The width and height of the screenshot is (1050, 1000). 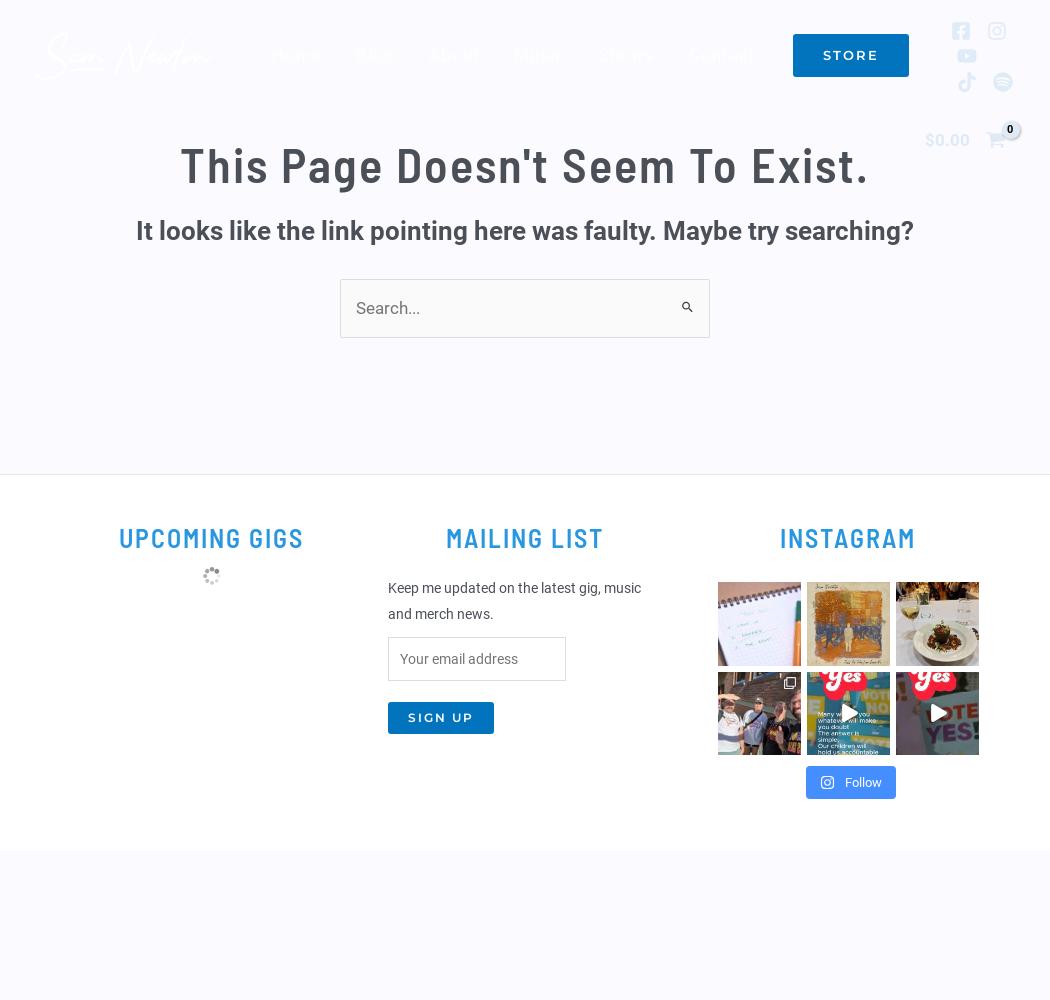 I want to click on 'This page doesn't seem to exist.', so click(x=179, y=164).